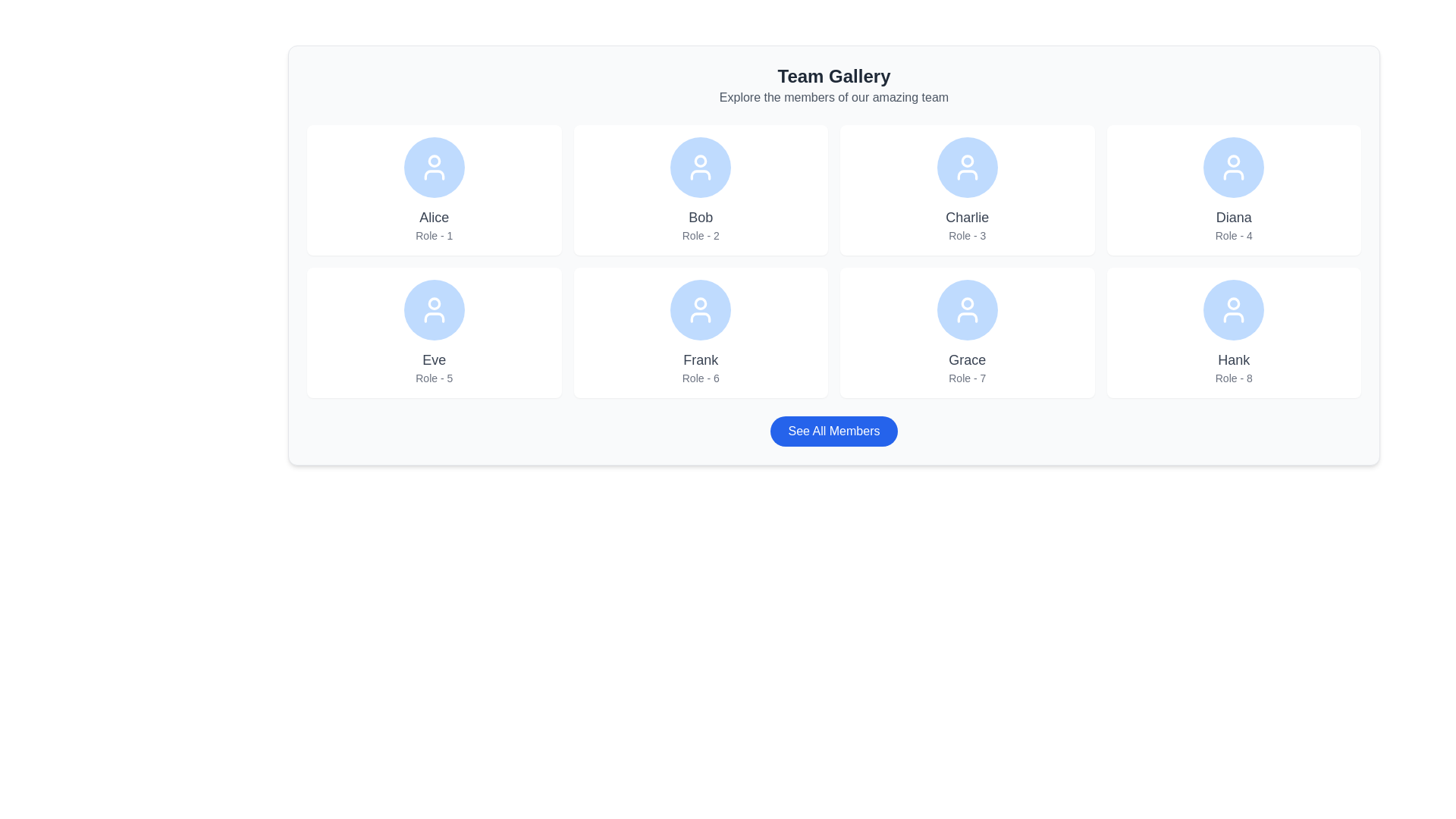 The height and width of the screenshot is (819, 1456). I want to click on the user profile icon for 'Bob', so click(700, 167).